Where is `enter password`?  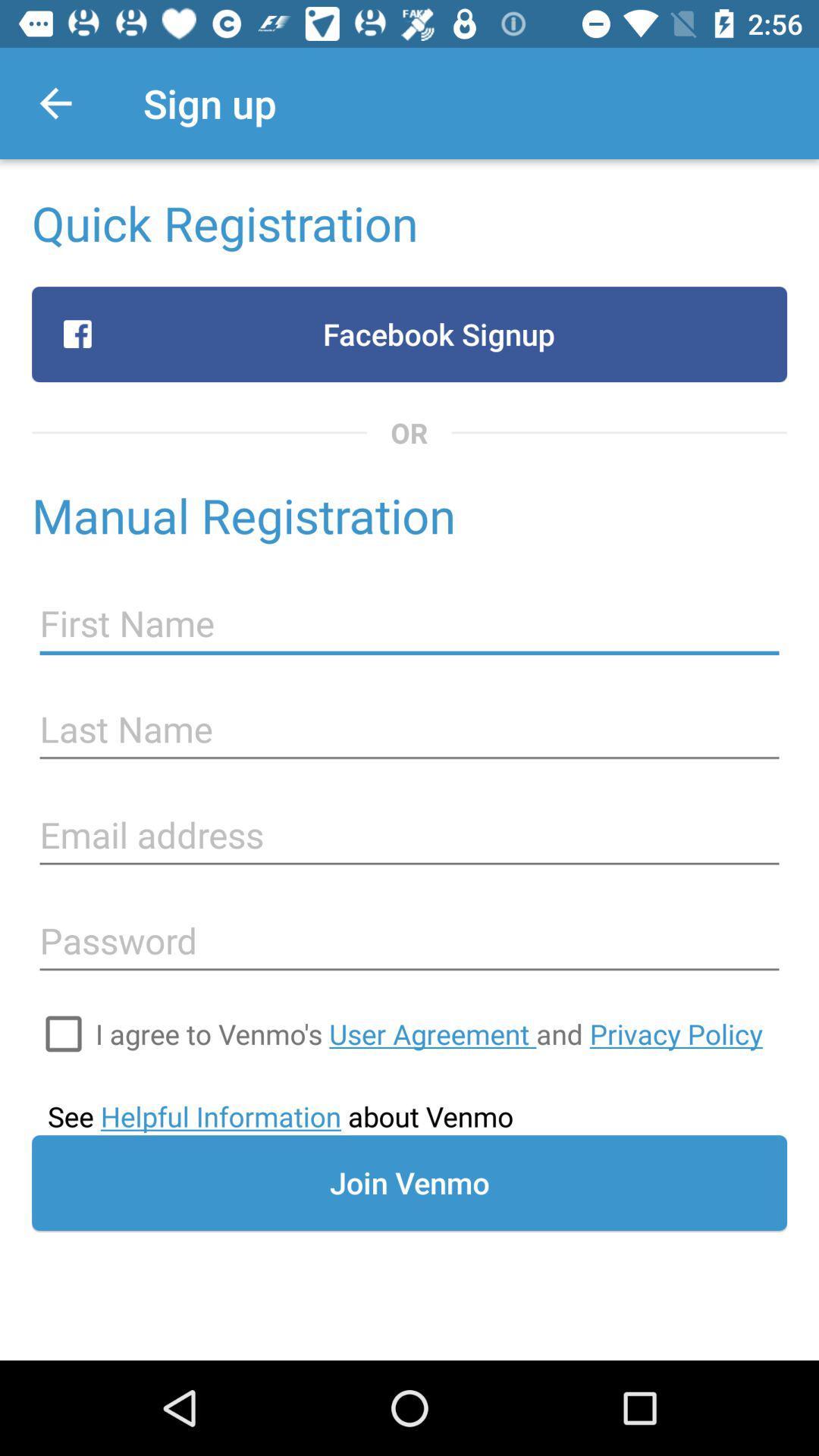 enter password is located at coordinates (409, 940).